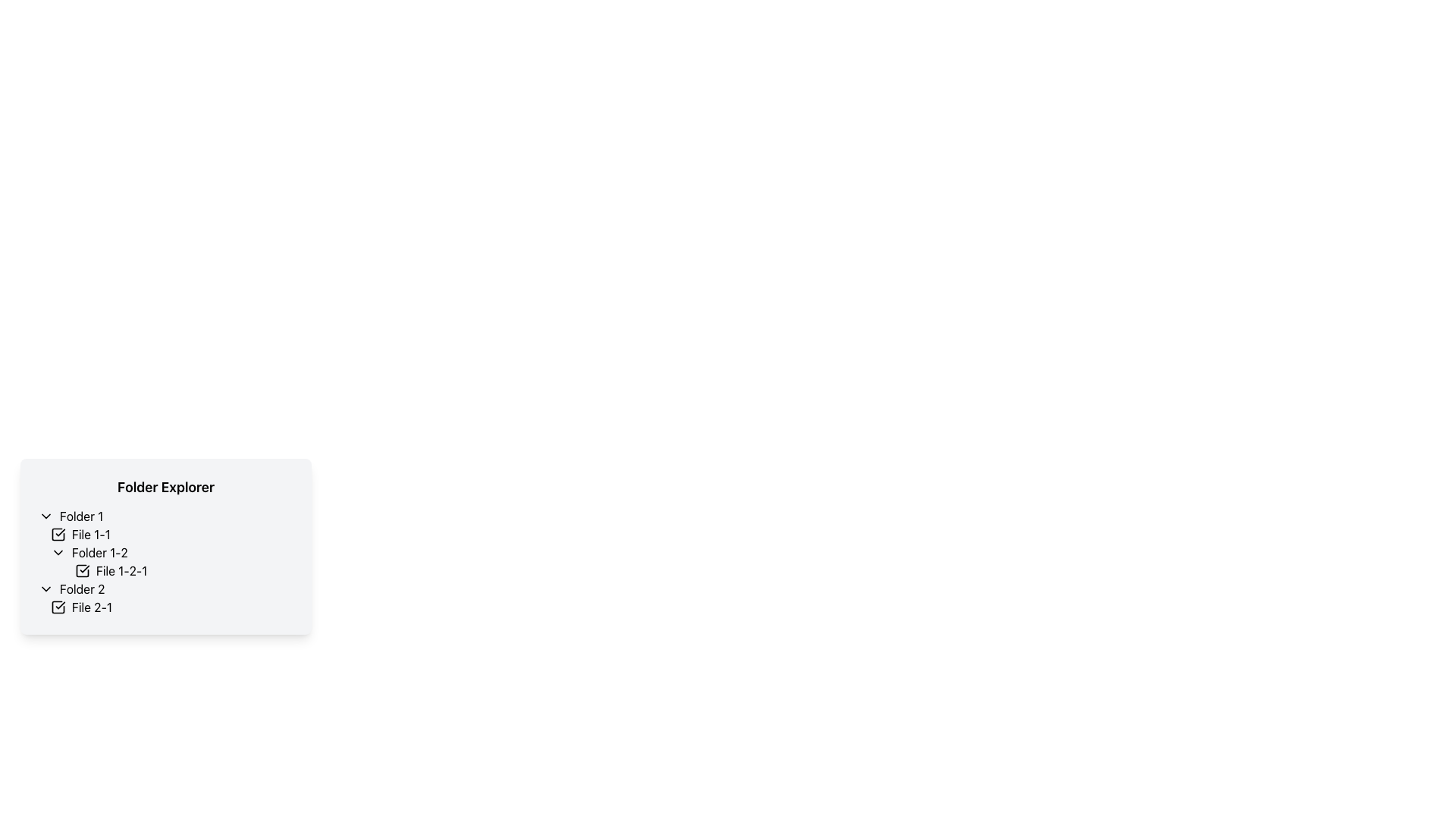 This screenshot has height=819, width=1456. I want to click on the label element displaying 'Folder 1-2' in the file explorer, so click(99, 553).